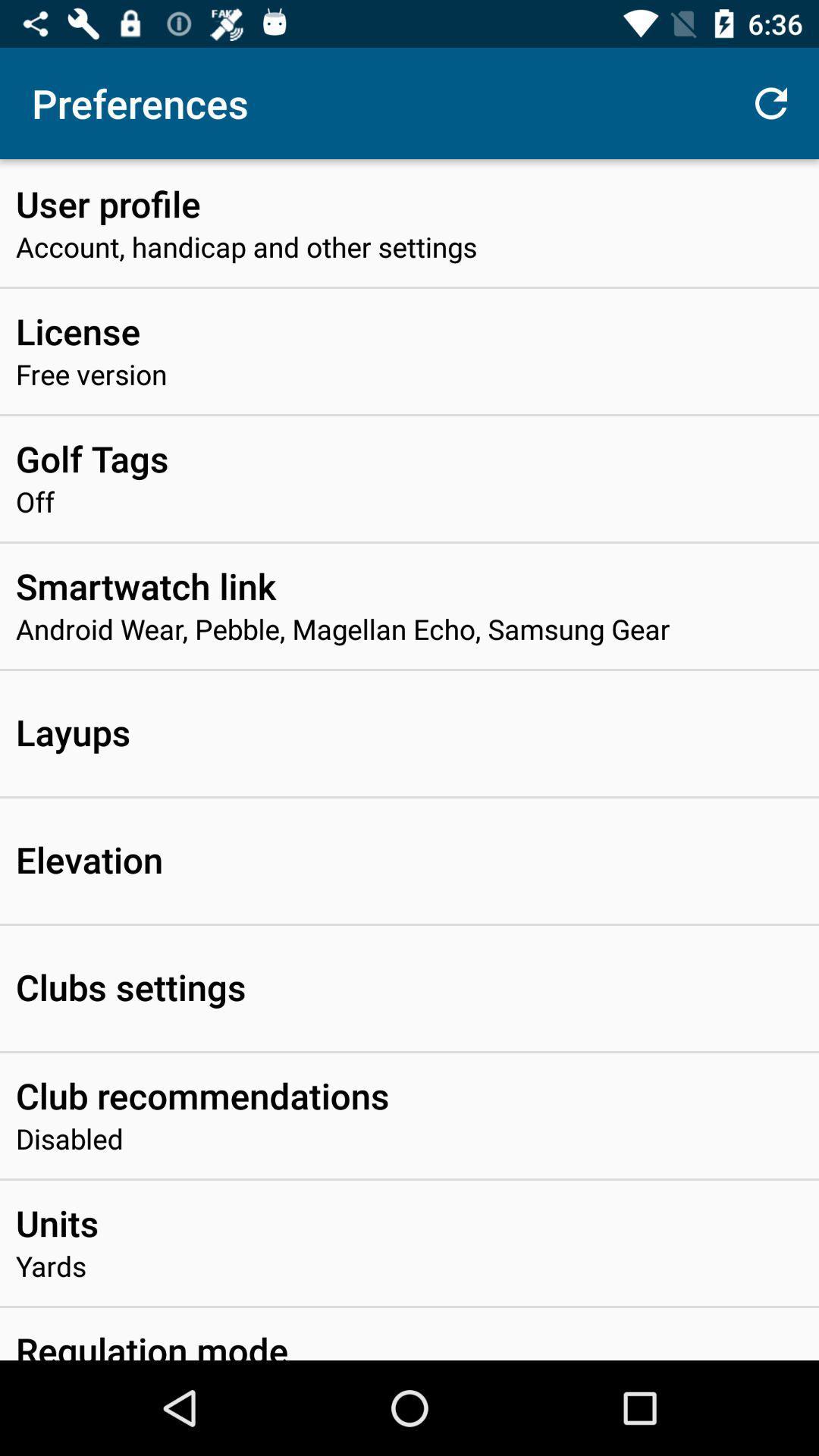 The width and height of the screenshot is (819, 1456). What do you see at coordinates (771, 102) in the screenshot?
I see `the icon to the right of the preferences` at bounding box center [771, 102].